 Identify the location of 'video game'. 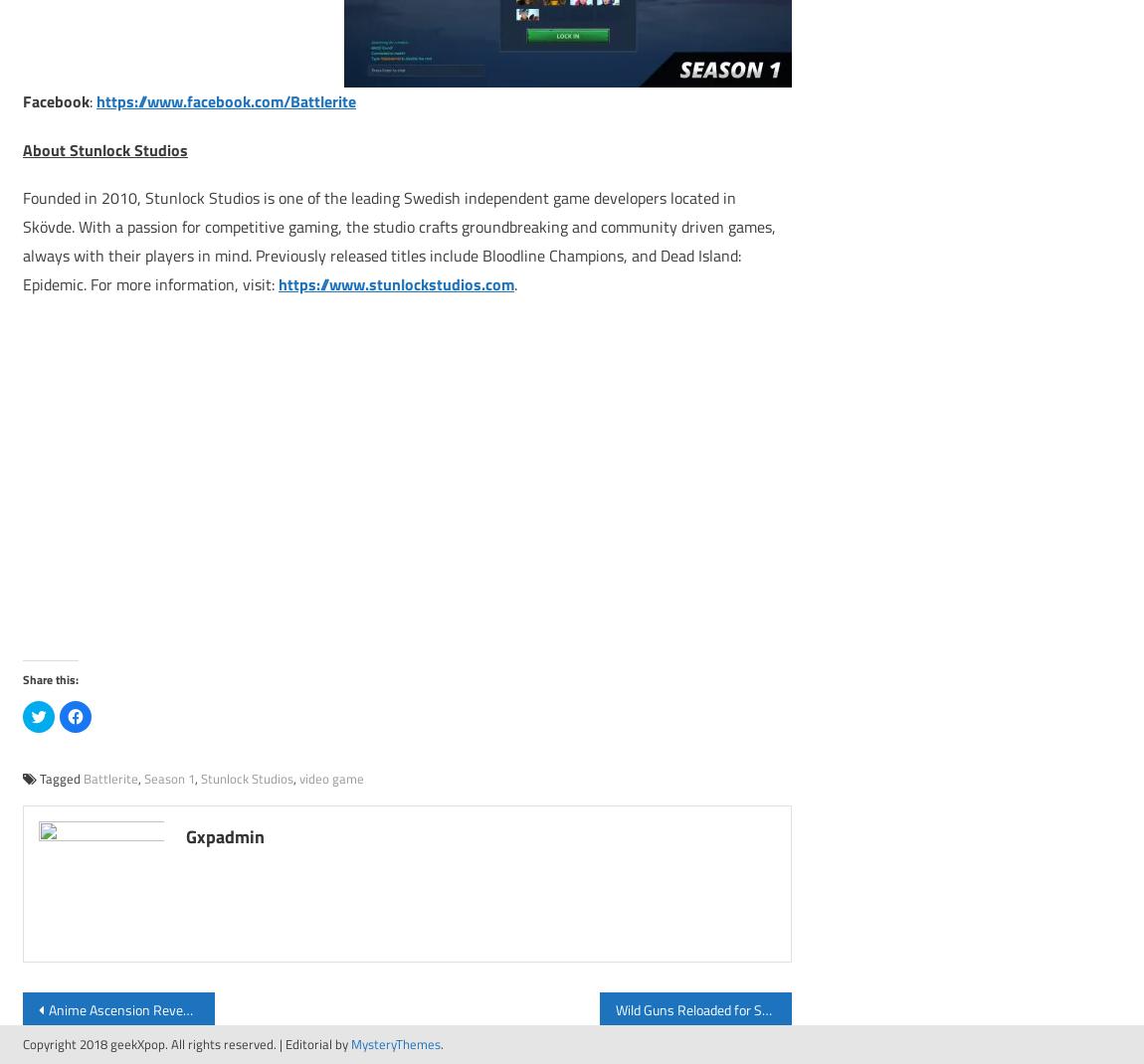
(331, 776).